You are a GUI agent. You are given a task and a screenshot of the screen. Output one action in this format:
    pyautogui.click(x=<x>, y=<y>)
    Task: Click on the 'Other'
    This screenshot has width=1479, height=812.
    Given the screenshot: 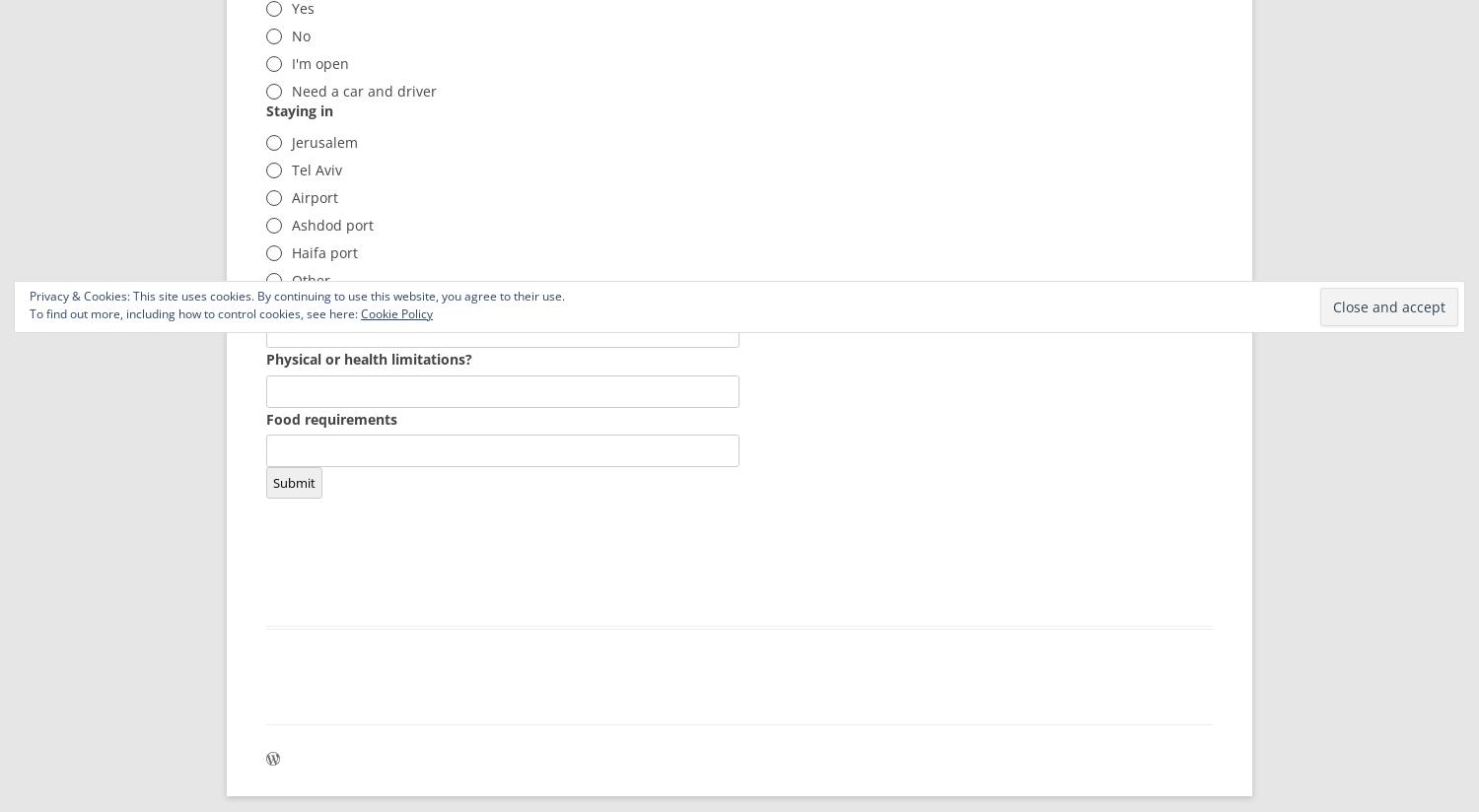 What is the action you would take?
    pyautogui.click(x=310, y=278)
    